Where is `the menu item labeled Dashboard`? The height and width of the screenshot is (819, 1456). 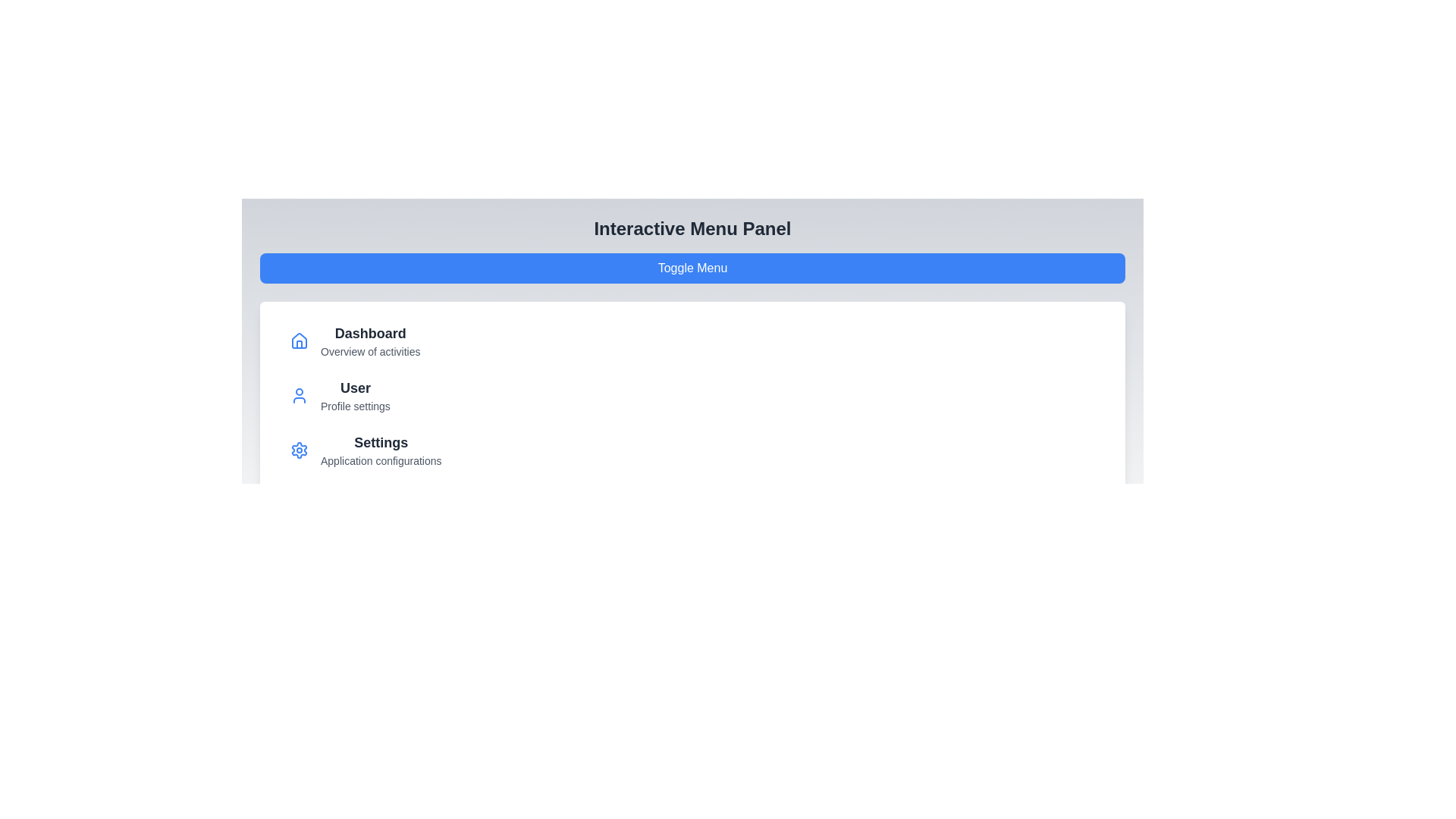 the menu item labeled Dashboard is located at coordinates (370, 332).